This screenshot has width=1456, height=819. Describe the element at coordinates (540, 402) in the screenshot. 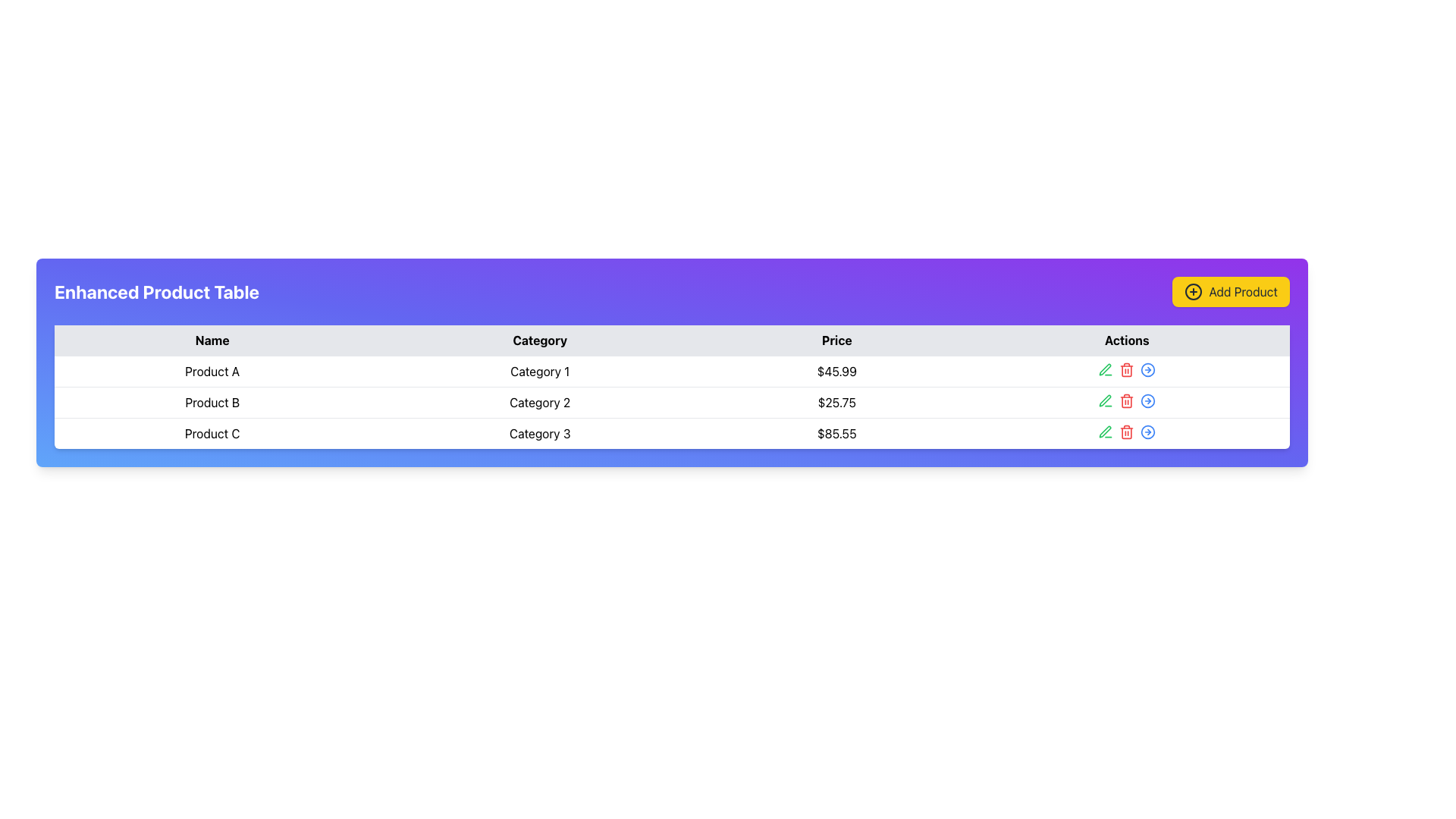

I see `the text label displaying 'Category 2' which is located in the second column of a table row under the 'Category' column, between 'Product B' and '$25.75'` at that location.